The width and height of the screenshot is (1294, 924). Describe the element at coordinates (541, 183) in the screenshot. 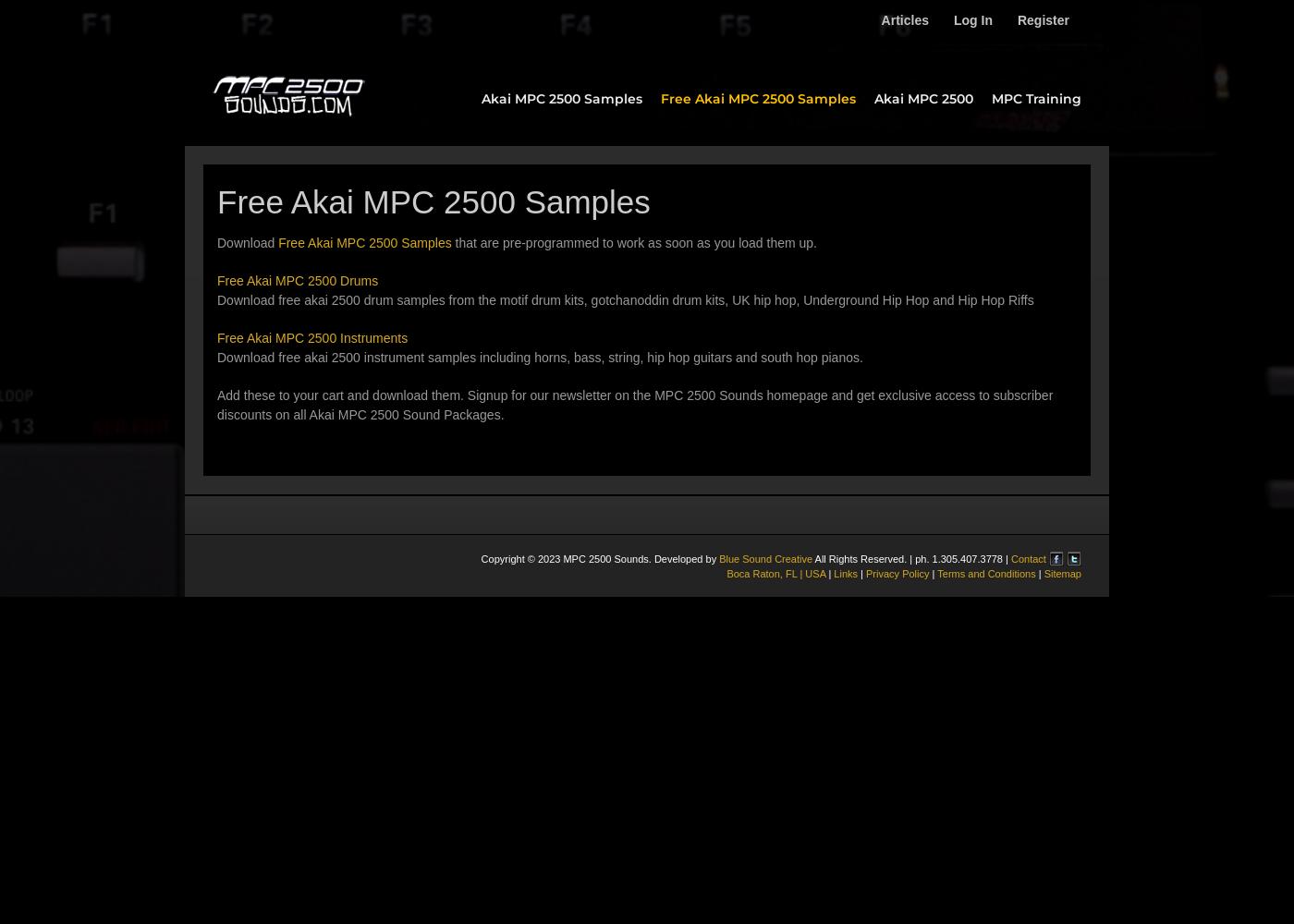

I see `'Platinum Pack'` at that location.